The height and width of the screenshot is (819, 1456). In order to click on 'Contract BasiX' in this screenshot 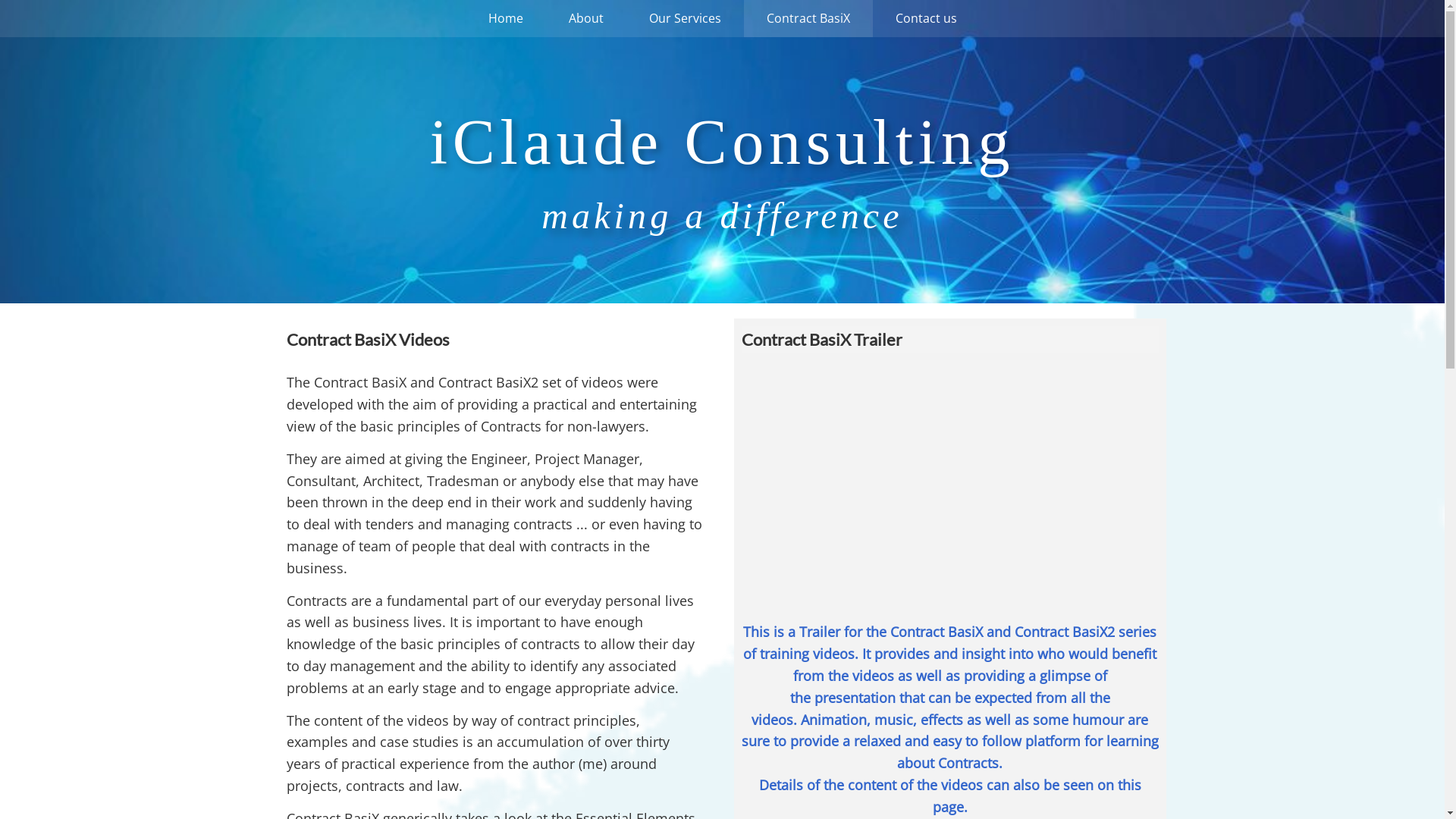, I will do `click(807, 18)`.